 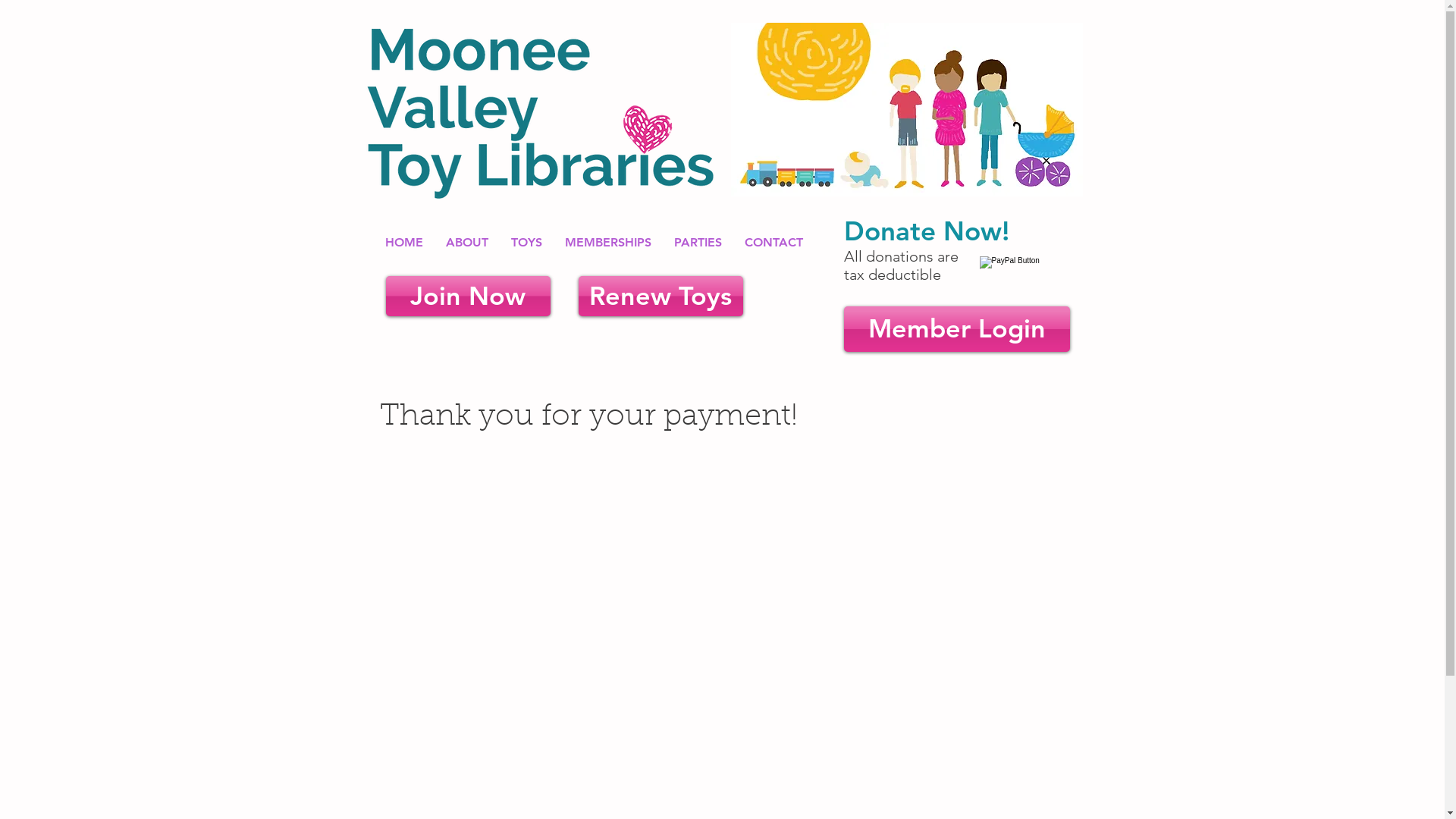 I want to click on 'HOME', so click(x=403, y=241).